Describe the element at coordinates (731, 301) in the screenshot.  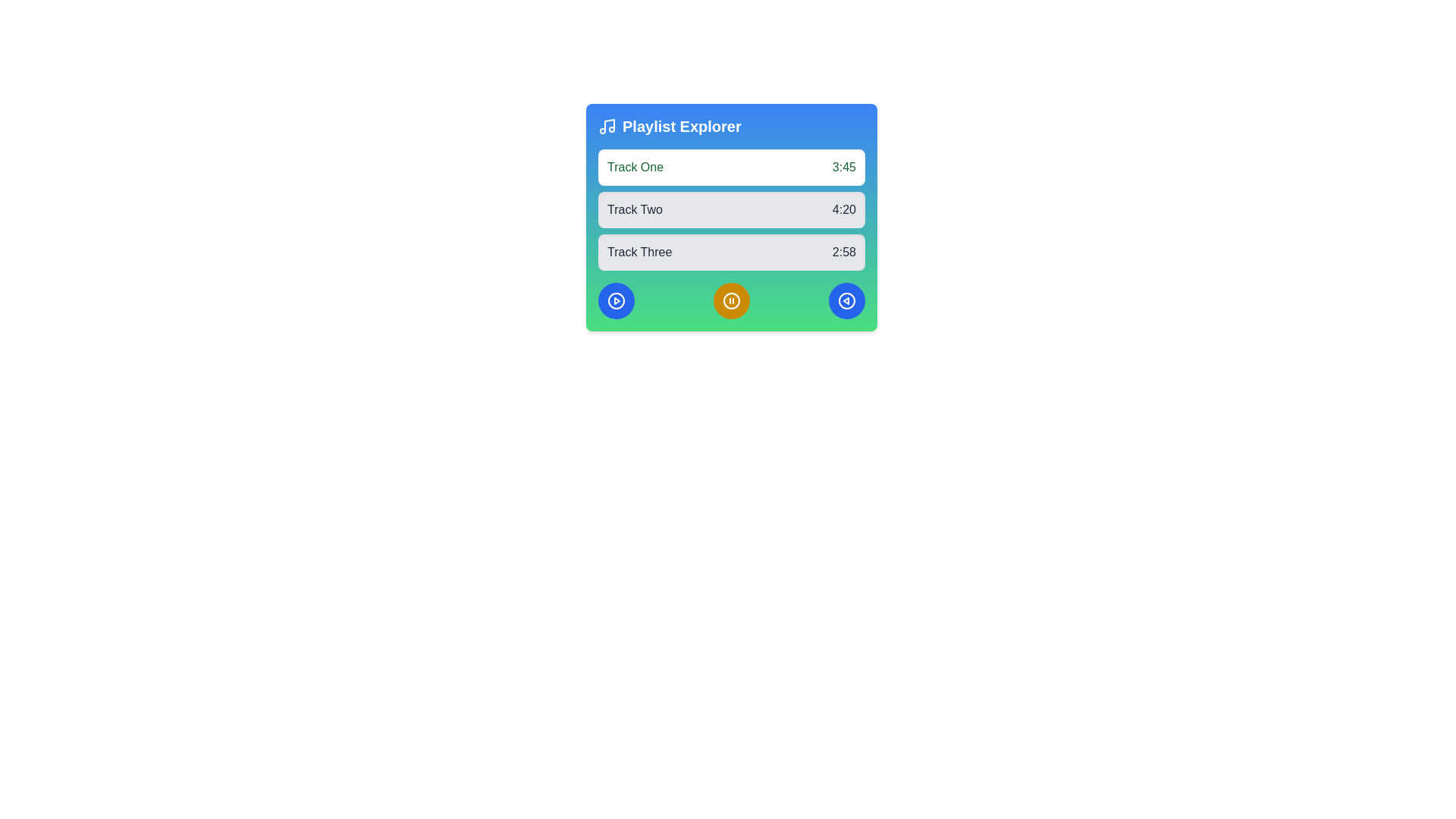
I see `the central circular control button with a yellow background and a white pause symbol` at that location.